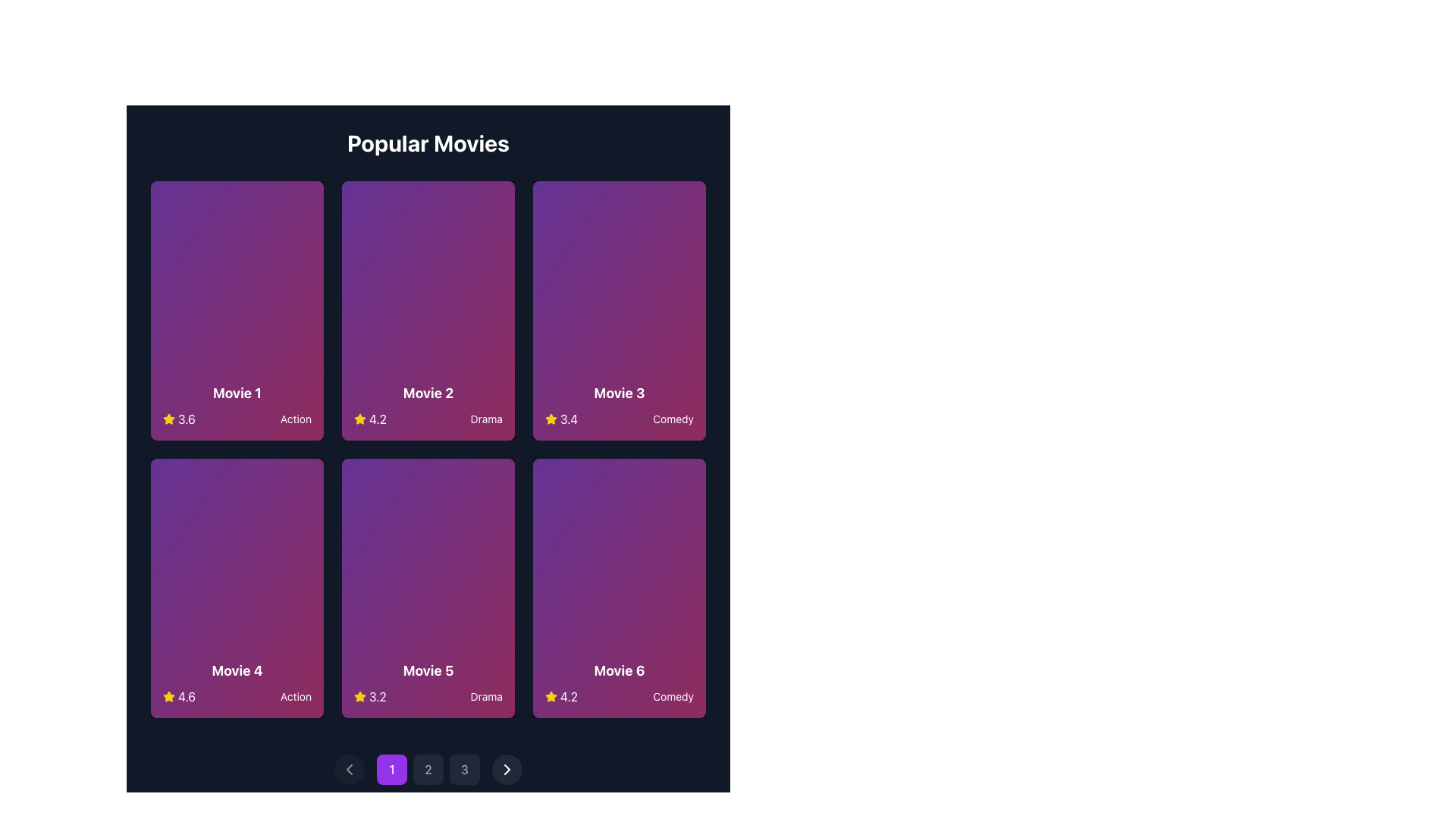 The height and width of the screenshot is (819, 1456). What do you see at coordinates (296, 419) in the screenshot?
I see `the small rectangular label displaying 'Action' in white on a red background located at the bottom right corner of the 'Movie 1' card` at bounding box center [296, 419].